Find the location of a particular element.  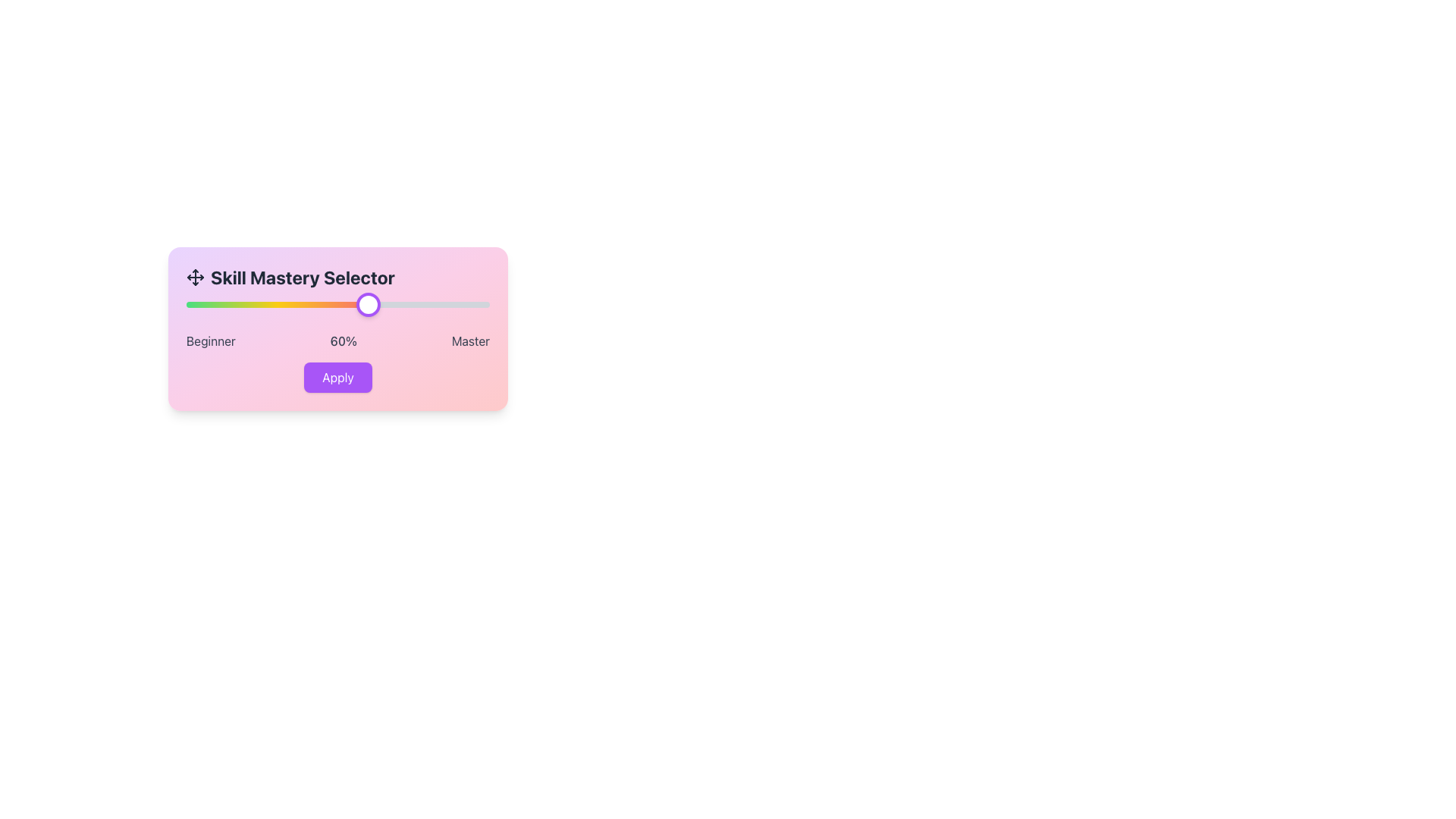

the slider position is located at coordinates (350, 304).